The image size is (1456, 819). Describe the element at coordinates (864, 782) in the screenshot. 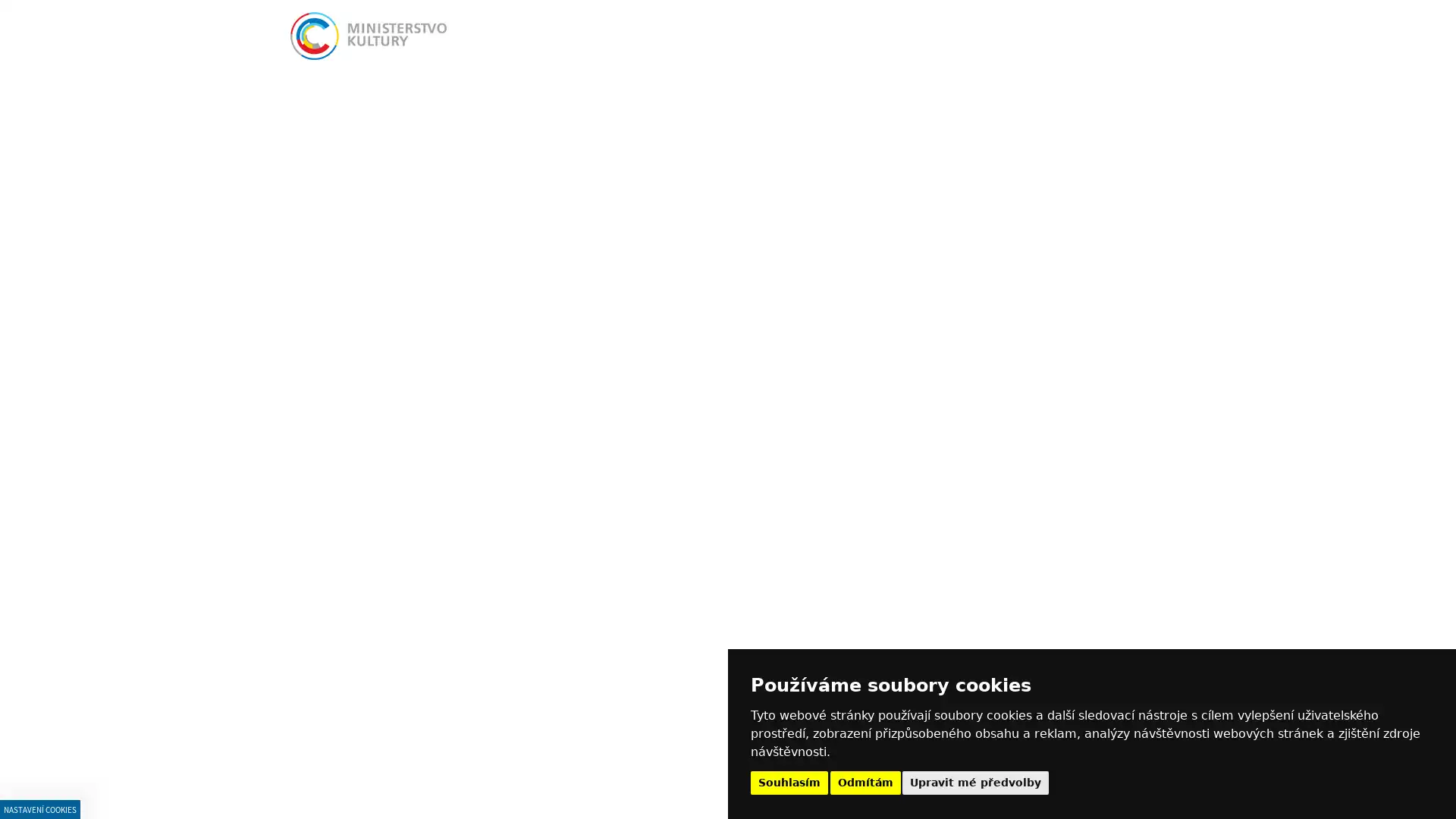

I see `Odmitam` at that location.